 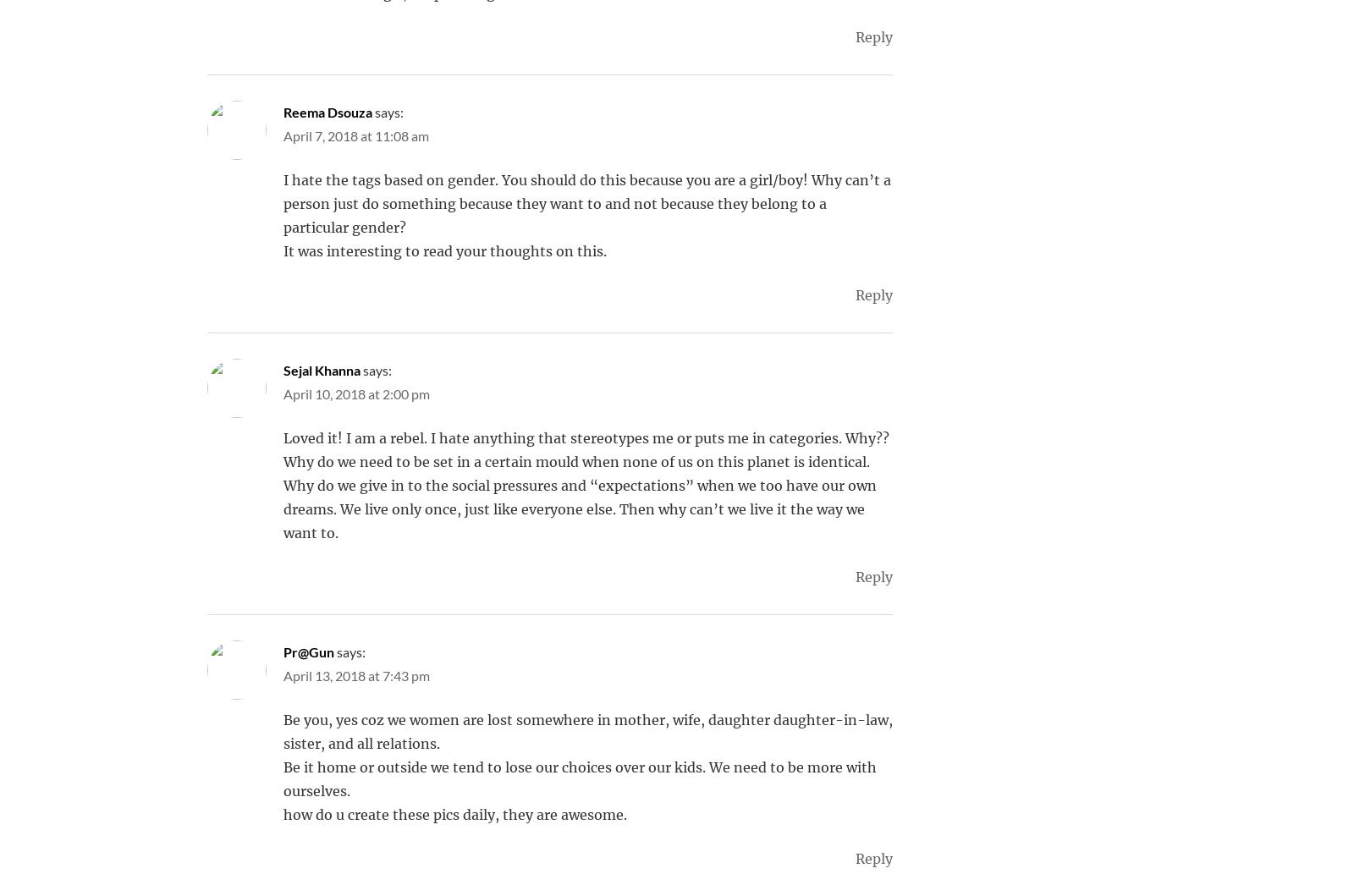 I want to click on 'April 13, 2018 at 7:43 pm', so click(x=283, y=674).